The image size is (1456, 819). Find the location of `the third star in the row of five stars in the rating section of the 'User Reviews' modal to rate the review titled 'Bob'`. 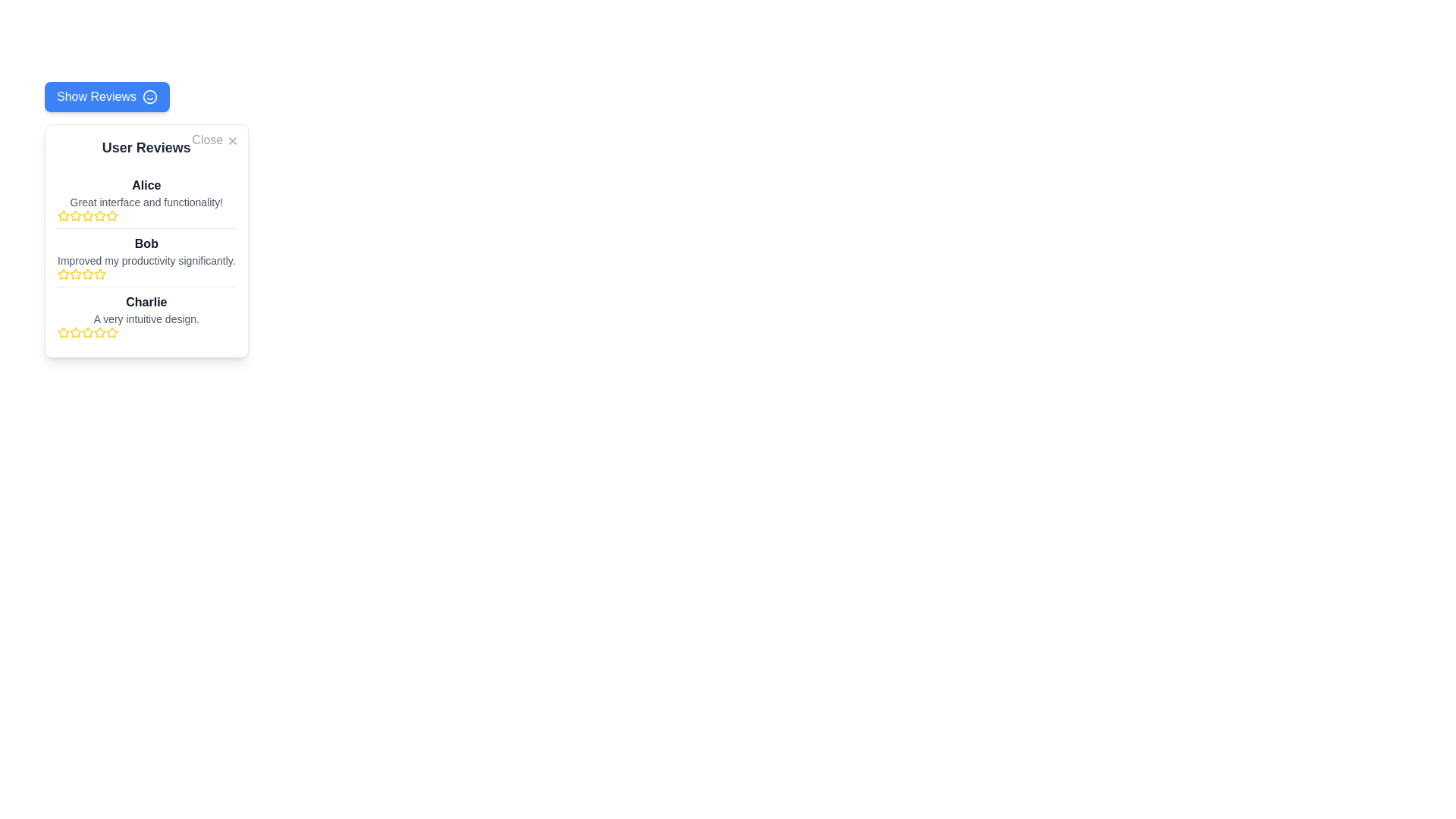

the third star in the row of five stars in the rating section of the 'User Reviews' modal to rate the review titled 'Bob' is located at coordinates (75, 275).